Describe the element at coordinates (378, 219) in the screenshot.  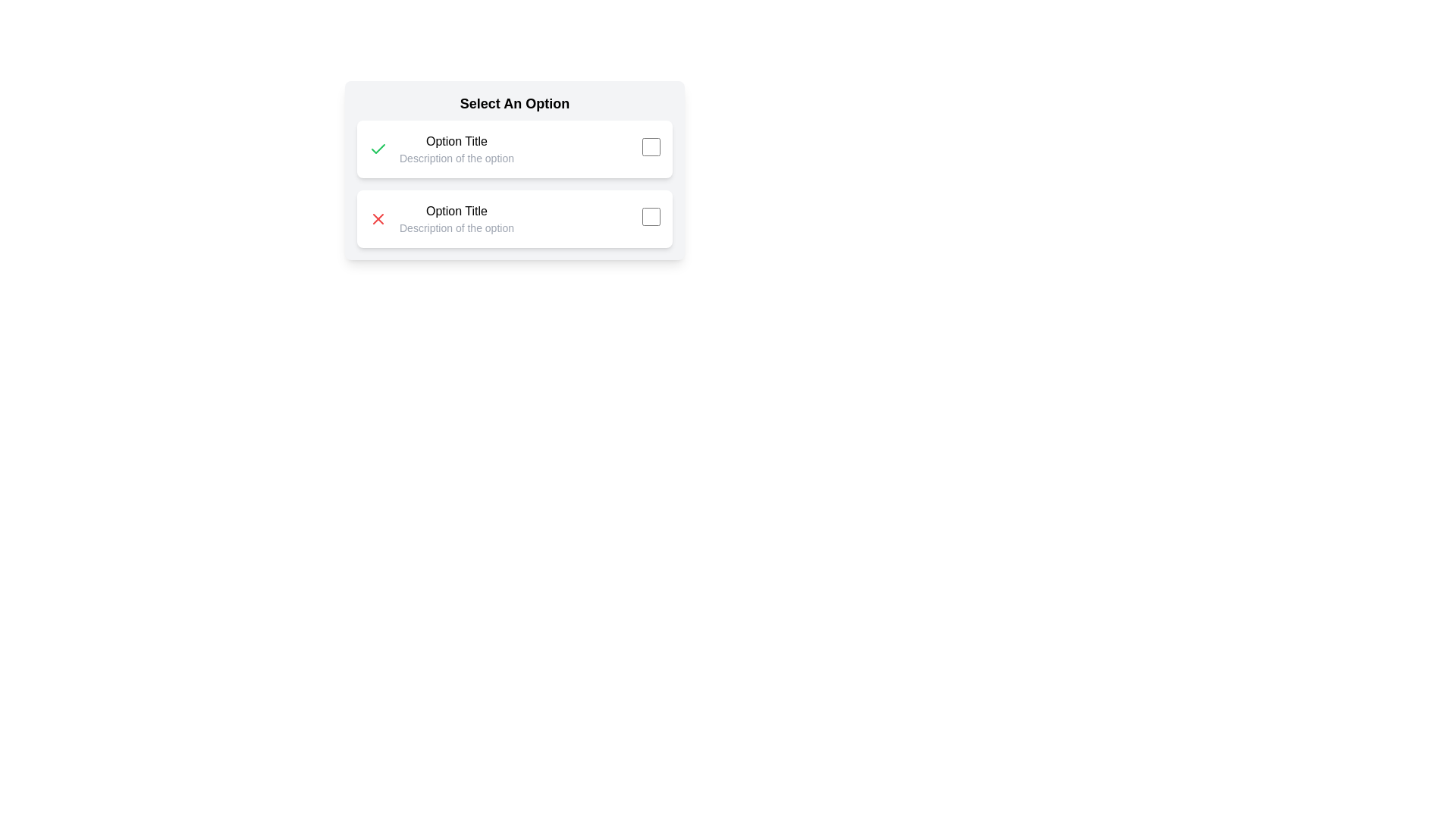
I see `the state of the negative indicator icon located on the left-hand side of the second option in the list of selectable items` at that location.